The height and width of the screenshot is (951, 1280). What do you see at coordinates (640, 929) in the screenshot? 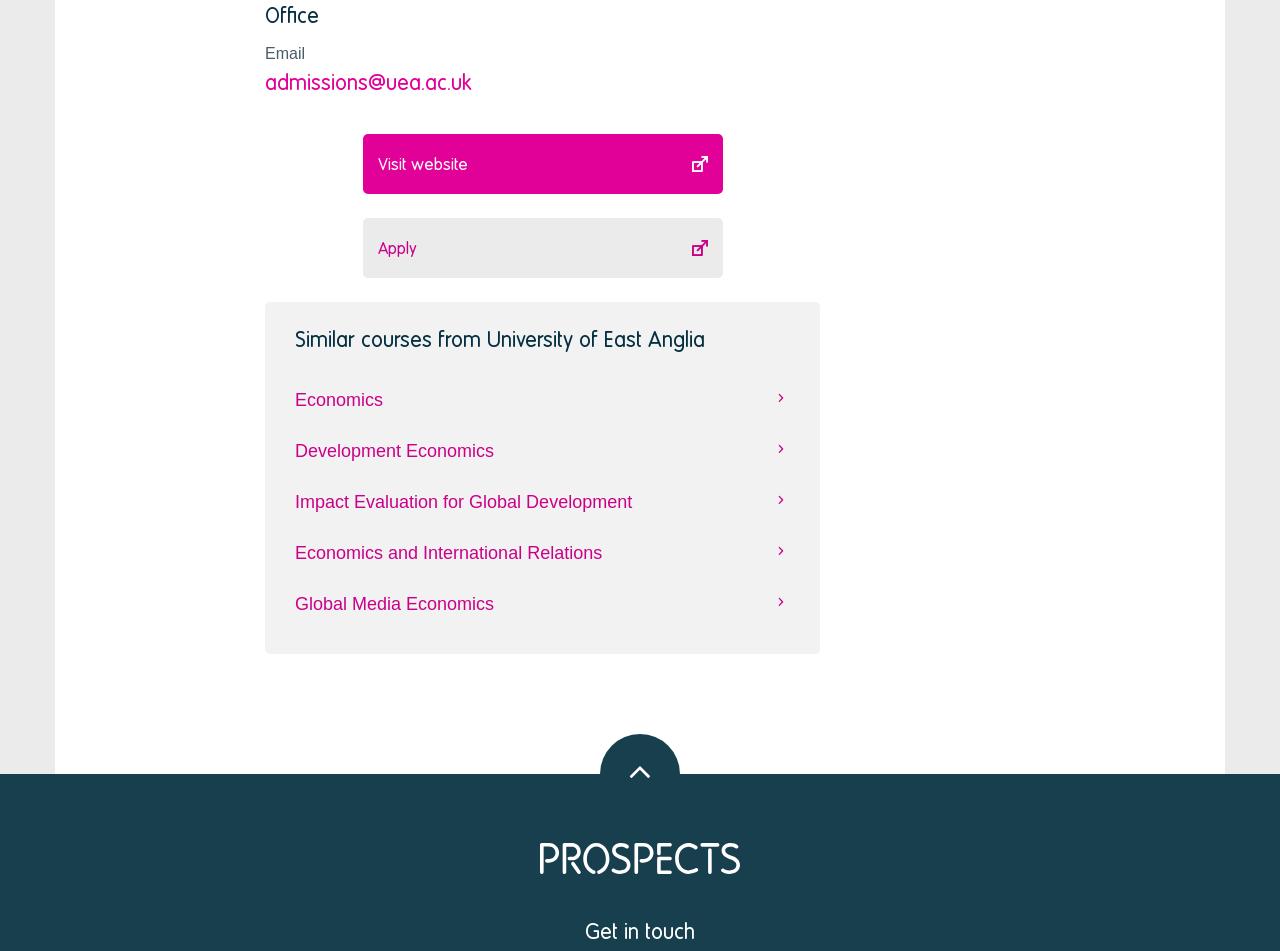
I see `'Get in touch'` at bounding box center [640, 929].